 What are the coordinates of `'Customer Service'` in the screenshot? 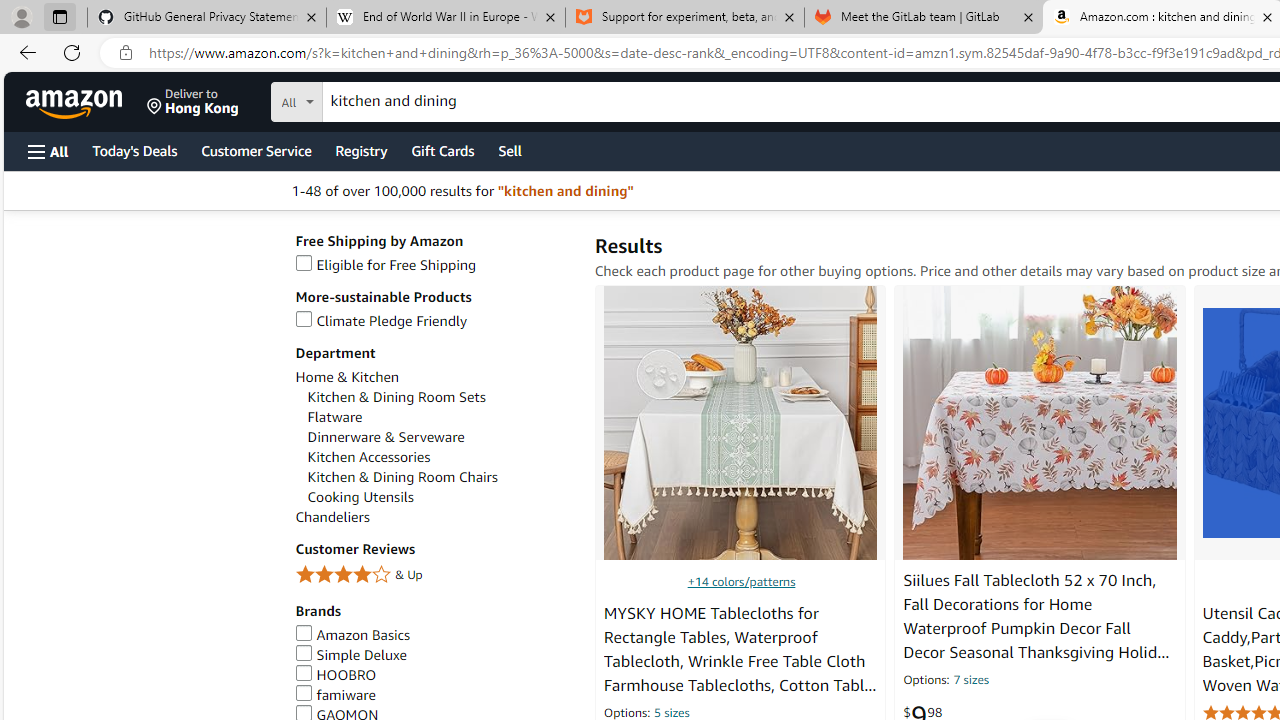 It's located at (255, 149).